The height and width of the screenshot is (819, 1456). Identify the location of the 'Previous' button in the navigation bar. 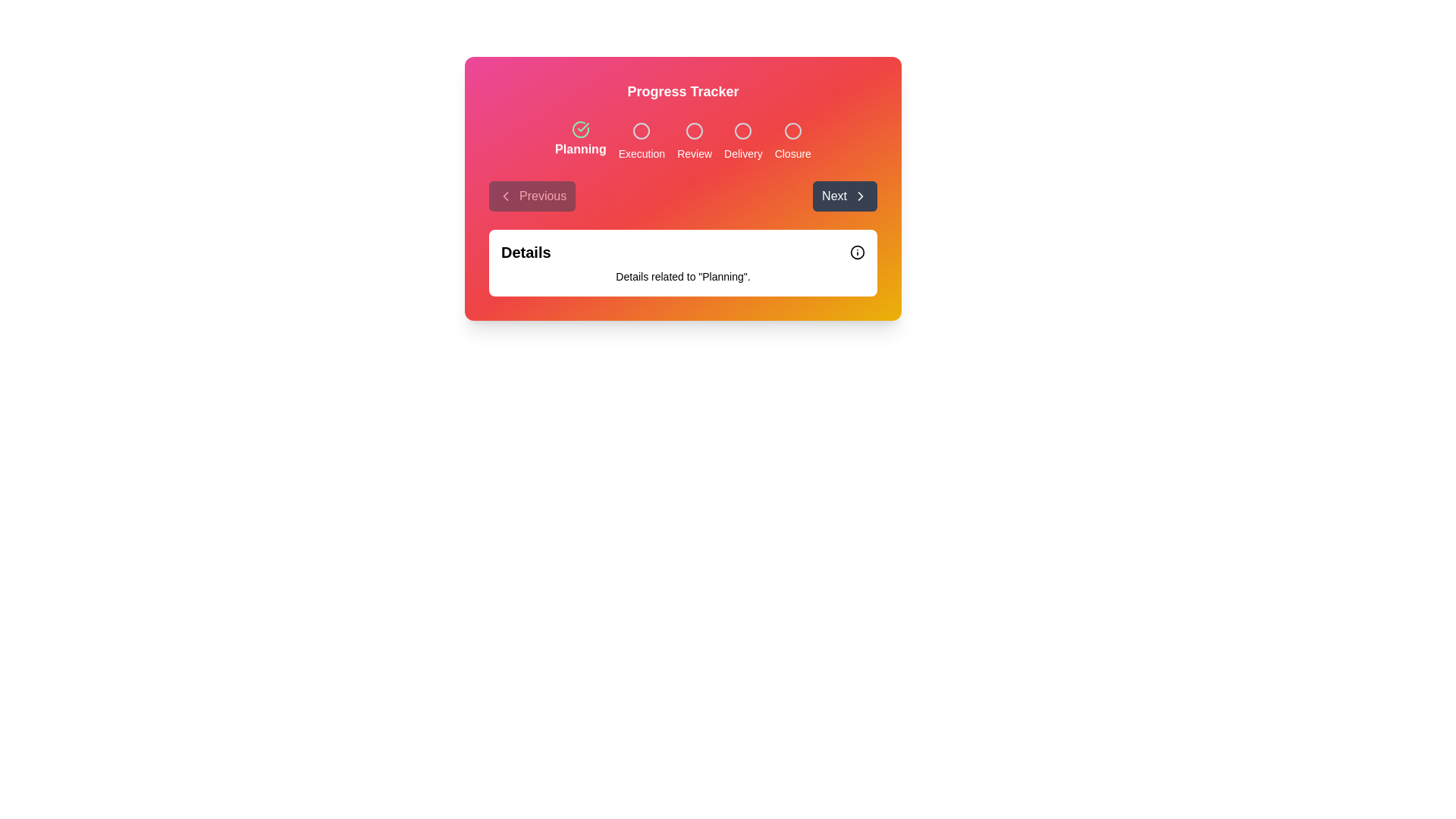
(532, 195).